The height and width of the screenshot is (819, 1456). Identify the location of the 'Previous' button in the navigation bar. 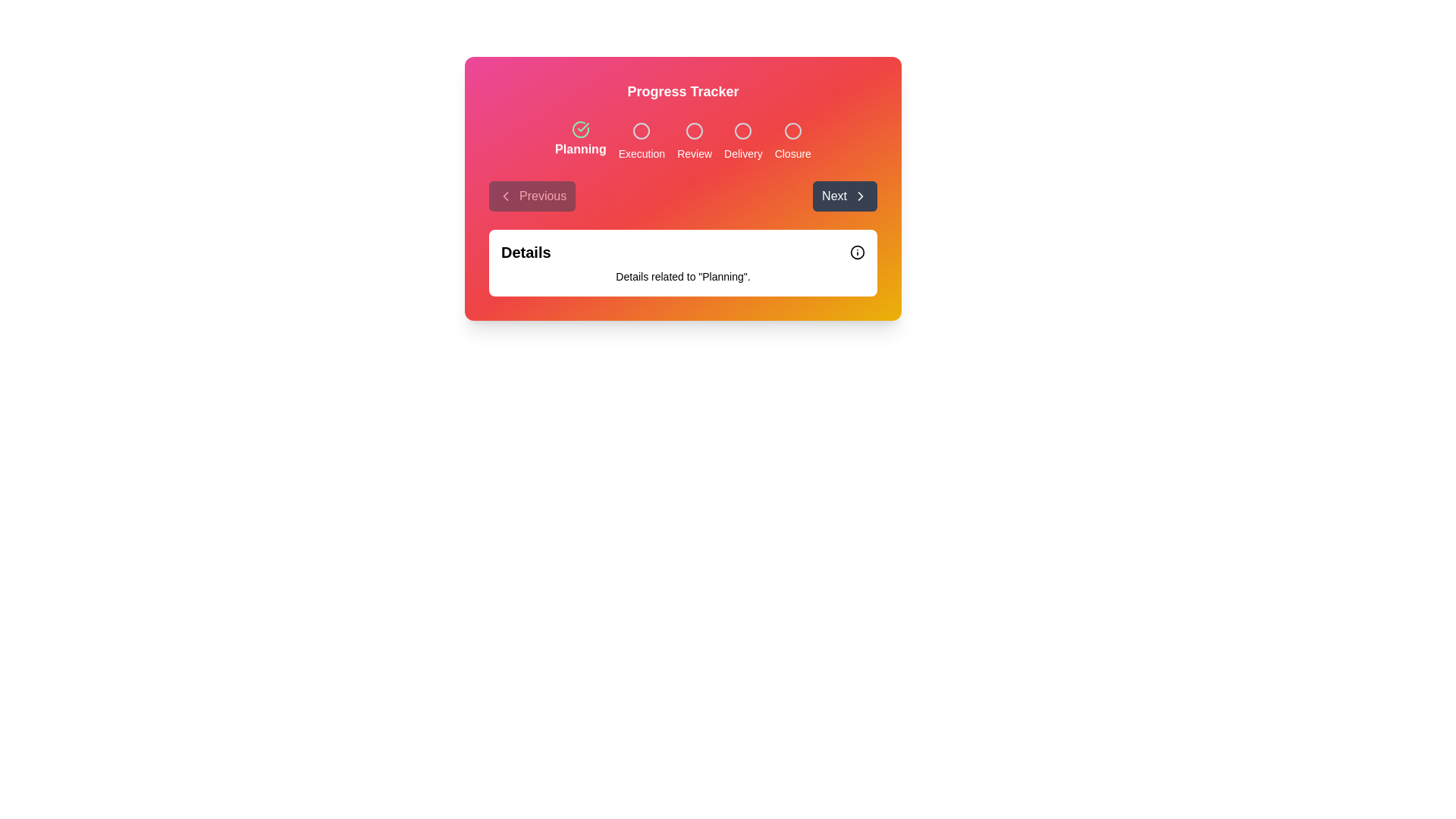
(532, 195).